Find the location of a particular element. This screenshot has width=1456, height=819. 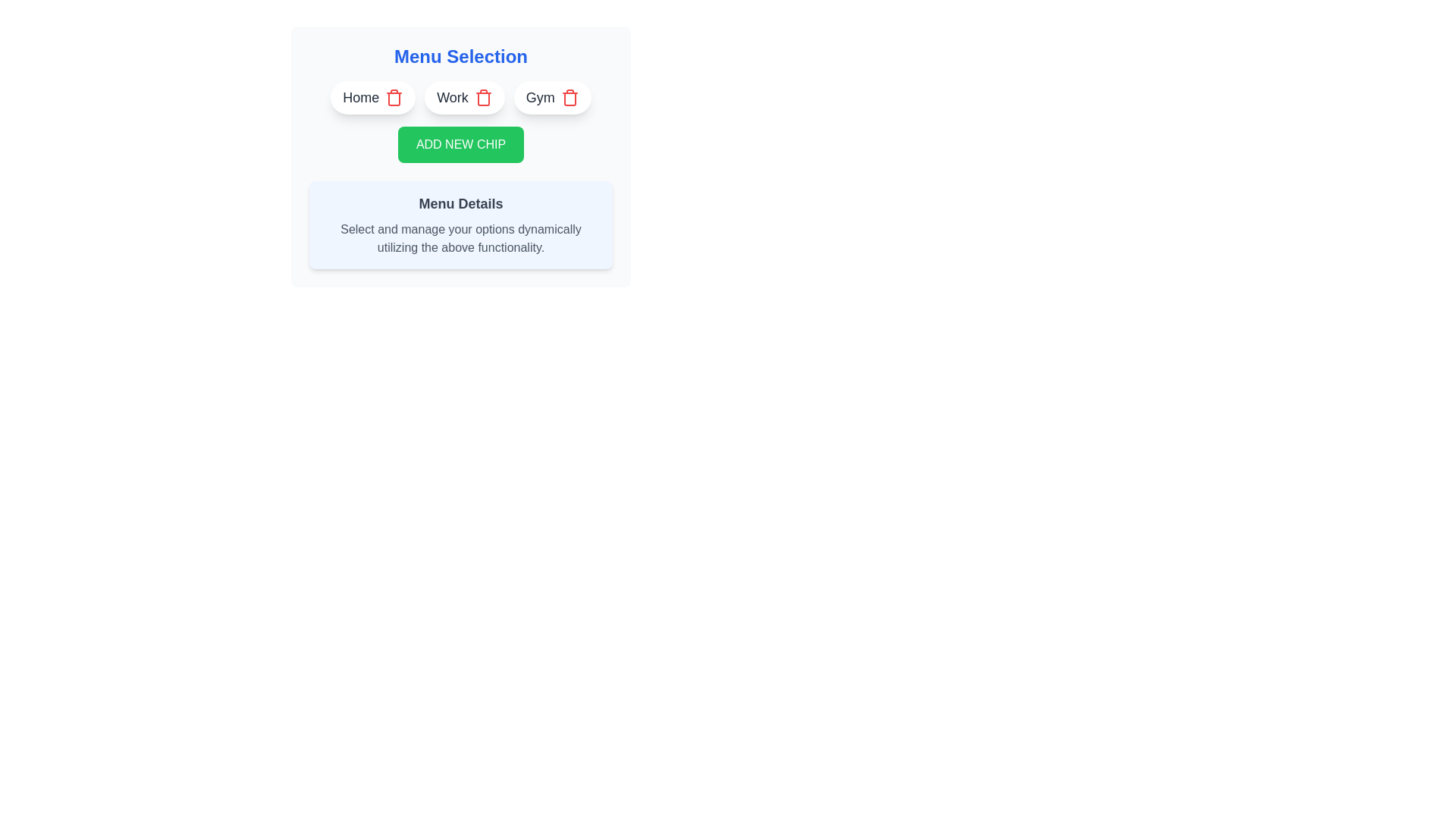

the 'Add new chip' button to add a new chip to the menu is located at coordinates (460, 145).